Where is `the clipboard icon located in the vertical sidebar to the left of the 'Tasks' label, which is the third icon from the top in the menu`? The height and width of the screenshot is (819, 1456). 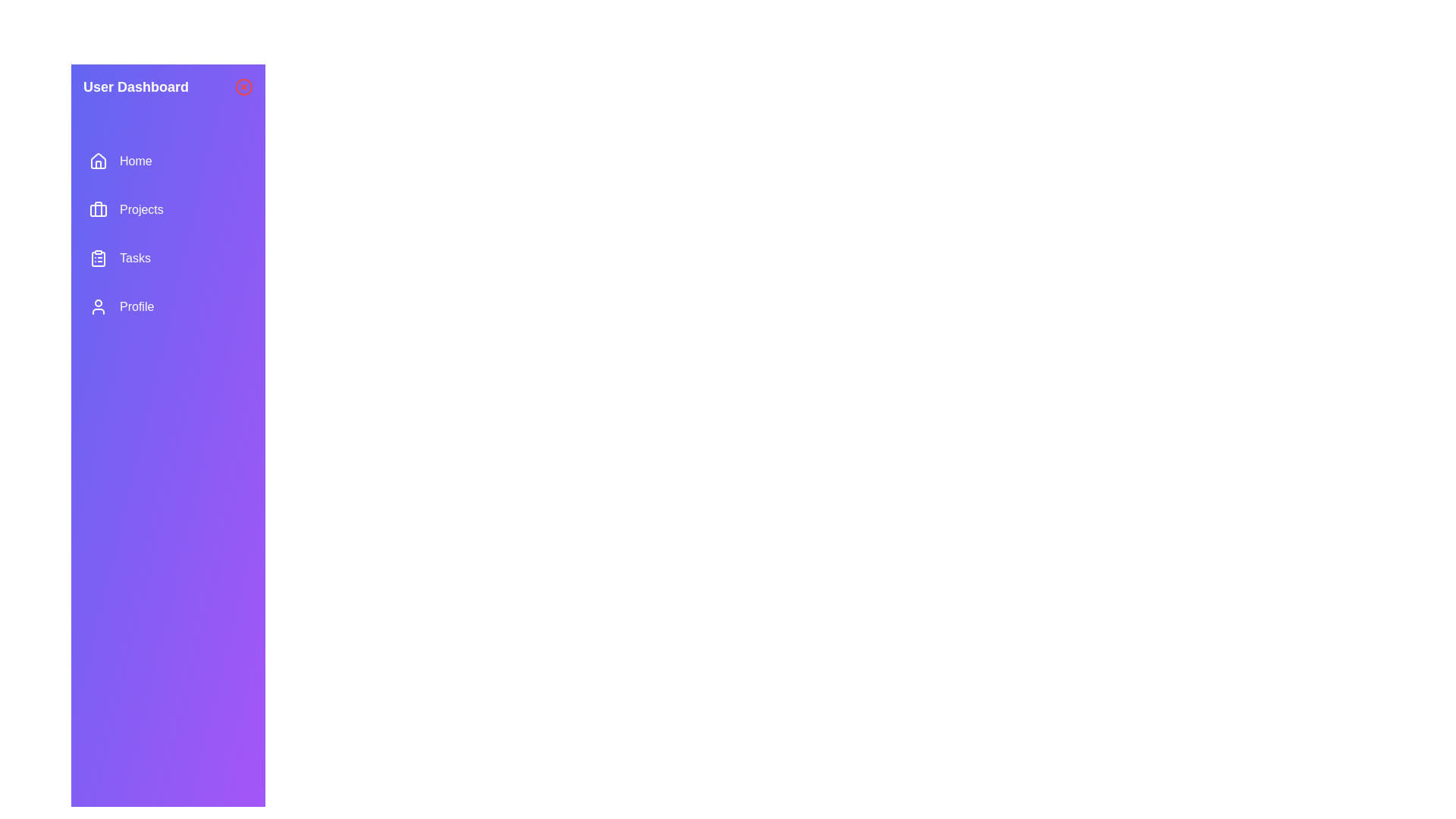
the clipboard icon located in the vertical sidebar to the left of the 'Tasks' label, which is the third icon from the top in the menu is located at coordinates (97, 259).